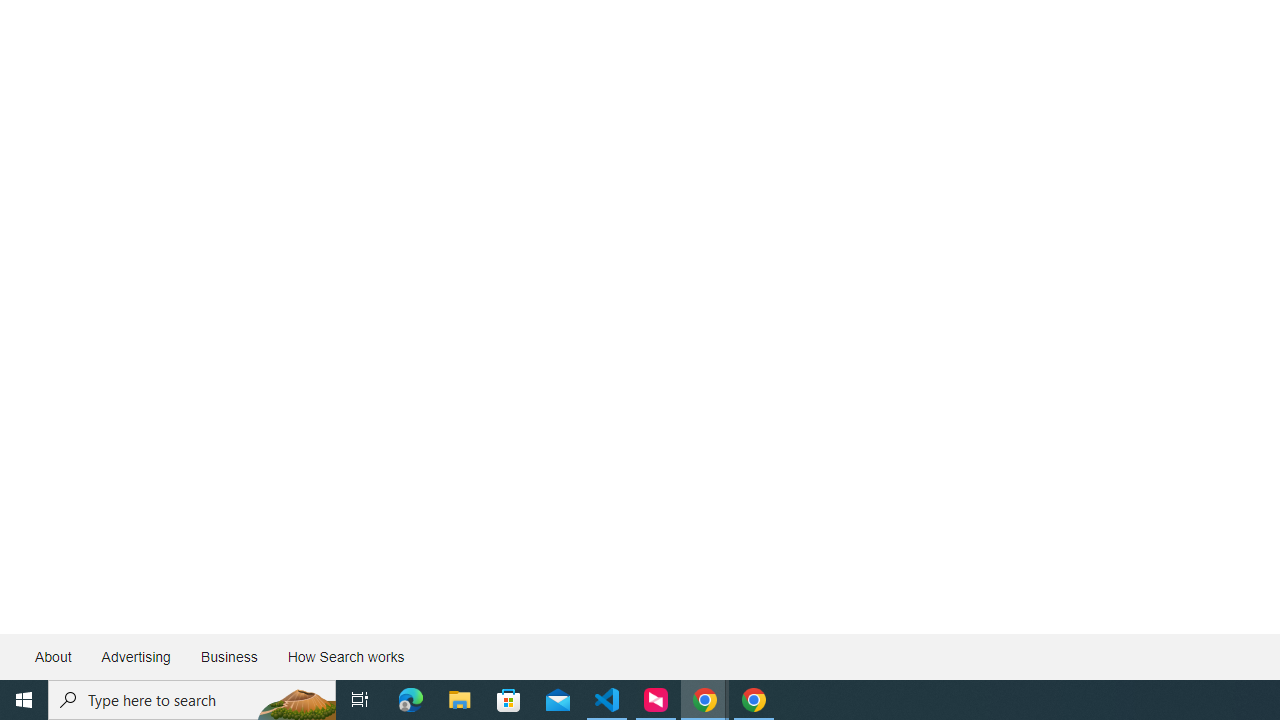 The width and height of the screenshot is (1280, 720). What do you see at coordinates (345, 657) in the screenshot?
I see `'How Search works'` at bounding box center [345, 657].